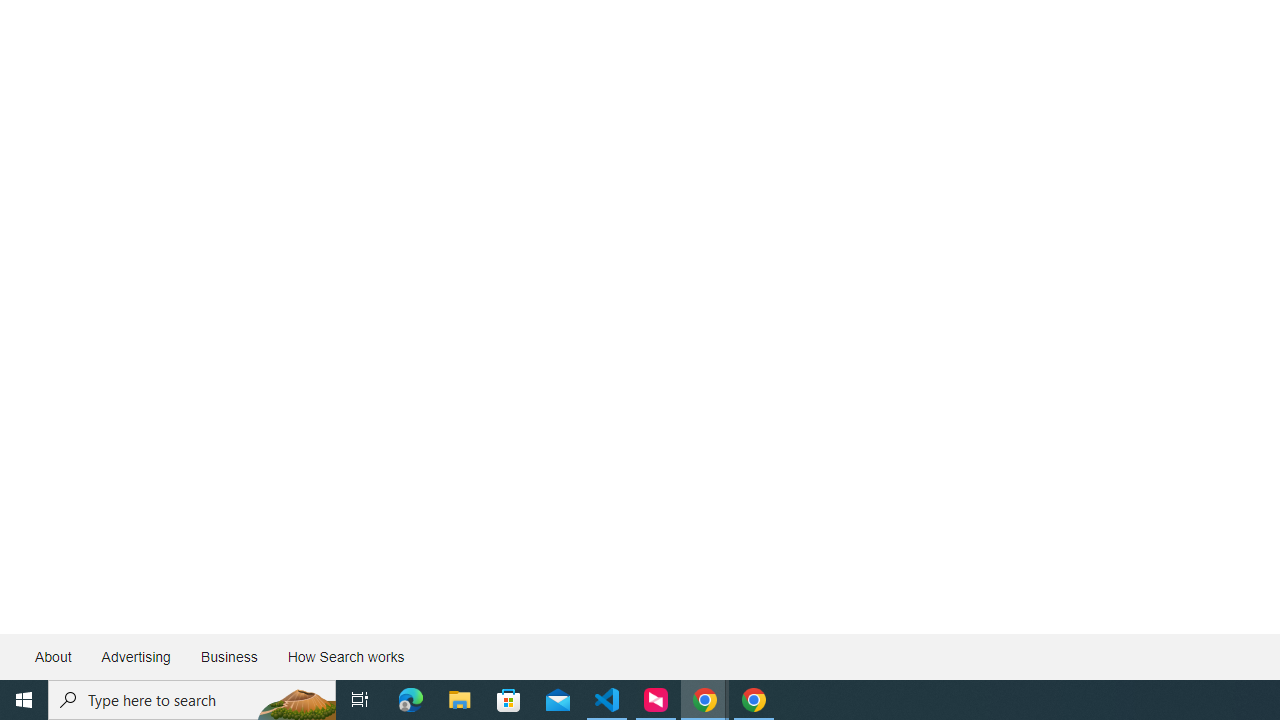 The width and height of the screenshot is (1280, 720). What do you see at coordinates (345, 657) in the screenshot?
I see `'How Search works'` at bounding box center [345, 657].